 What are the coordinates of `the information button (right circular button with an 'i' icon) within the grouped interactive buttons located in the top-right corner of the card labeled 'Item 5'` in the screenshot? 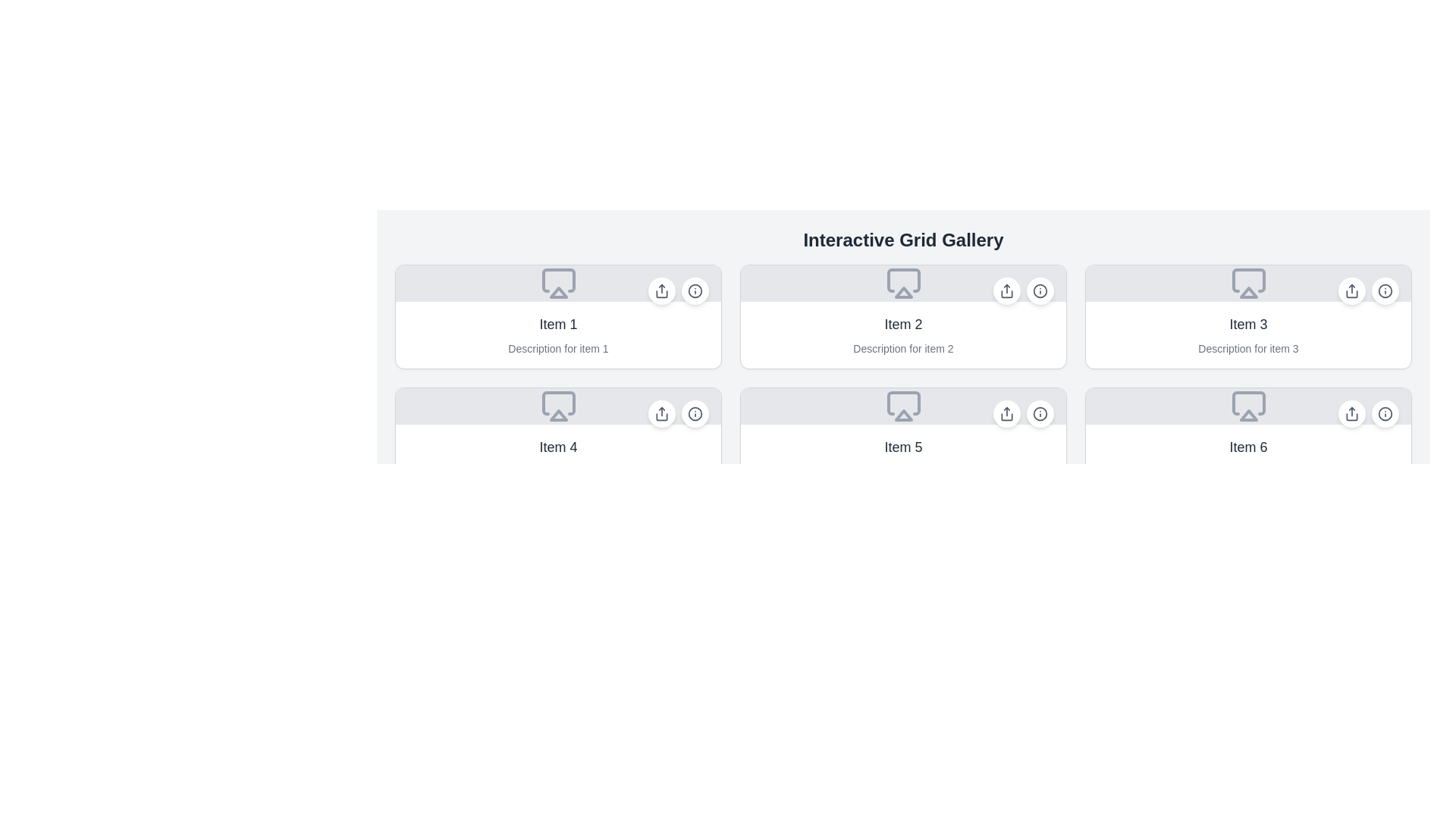 It's located at (1023, 414).